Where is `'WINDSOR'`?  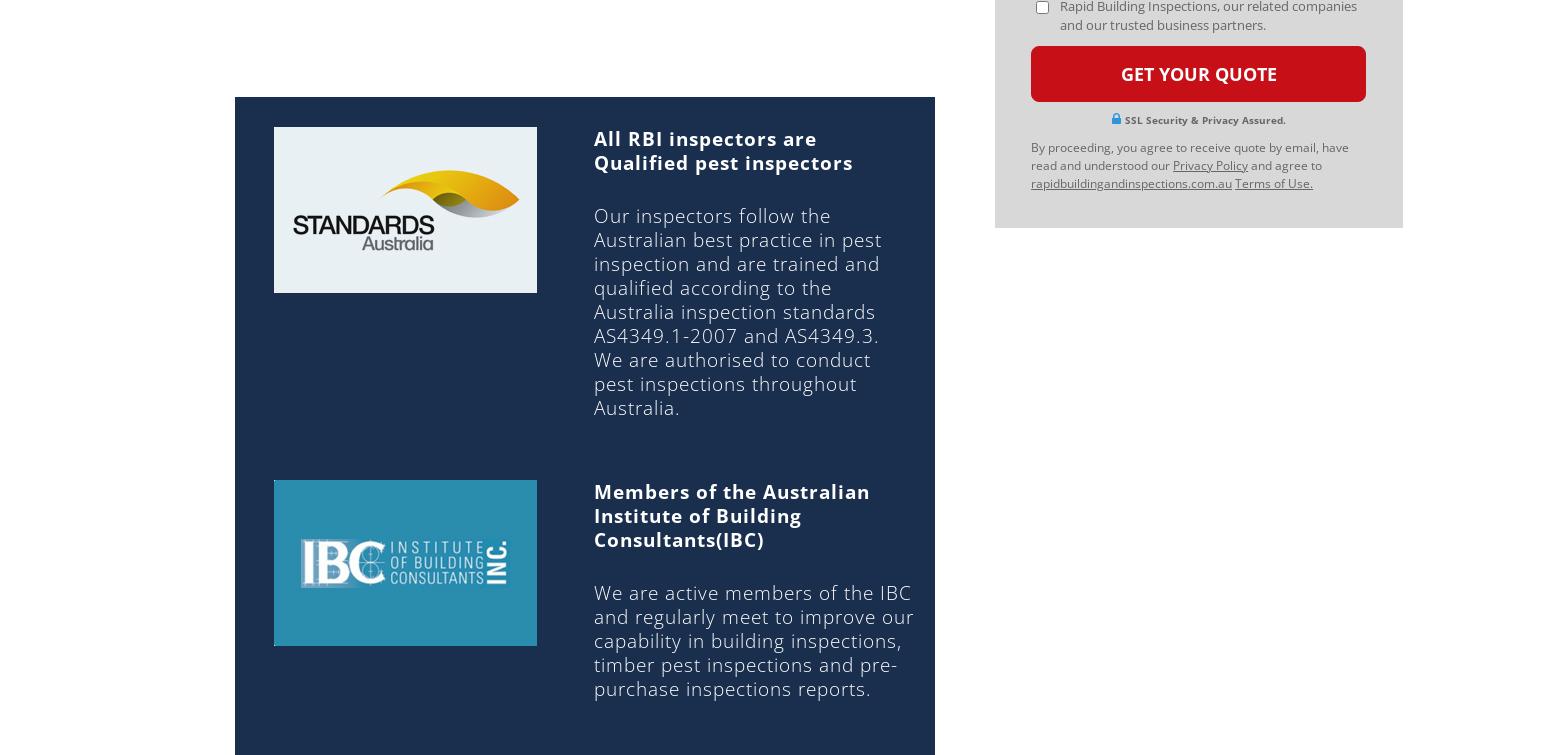 'WINDSOR' is located at coordinates (826, 564).